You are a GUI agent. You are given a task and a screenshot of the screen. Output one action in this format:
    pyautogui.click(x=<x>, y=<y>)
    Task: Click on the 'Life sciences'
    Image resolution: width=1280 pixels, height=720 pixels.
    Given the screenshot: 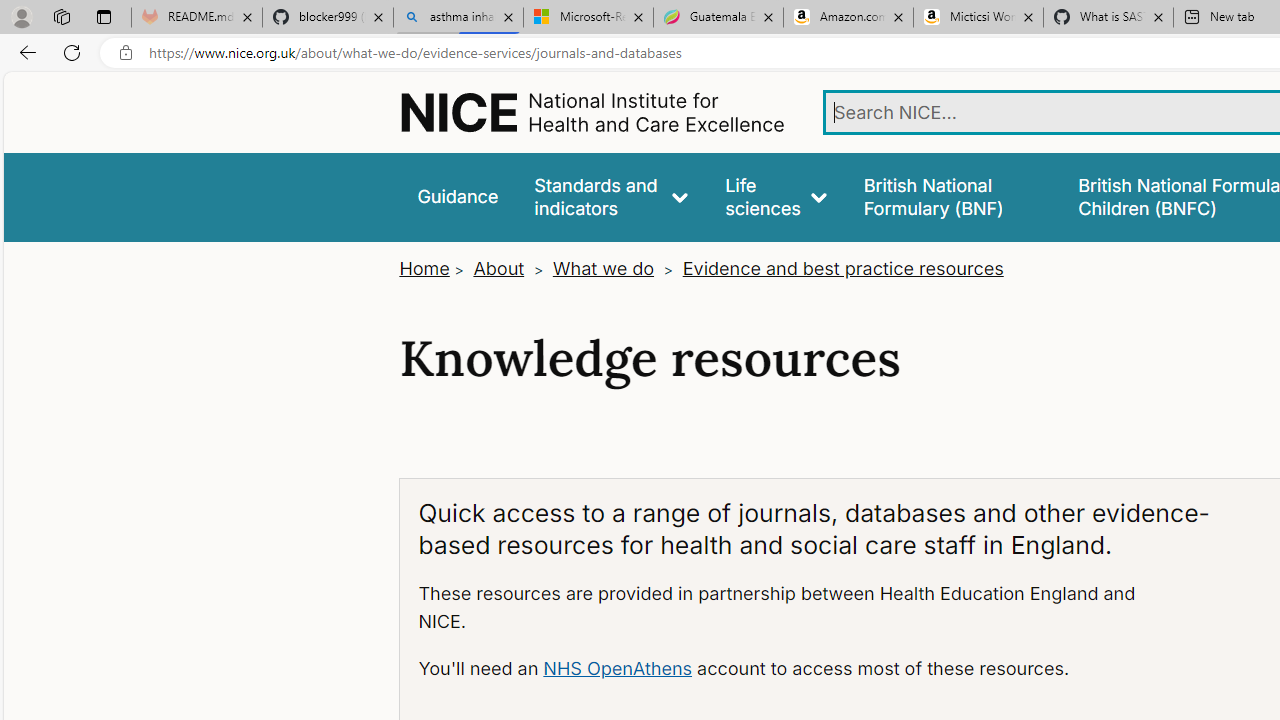 What is the action you would take?
    pyautogui.click(x=775, y=197)
    